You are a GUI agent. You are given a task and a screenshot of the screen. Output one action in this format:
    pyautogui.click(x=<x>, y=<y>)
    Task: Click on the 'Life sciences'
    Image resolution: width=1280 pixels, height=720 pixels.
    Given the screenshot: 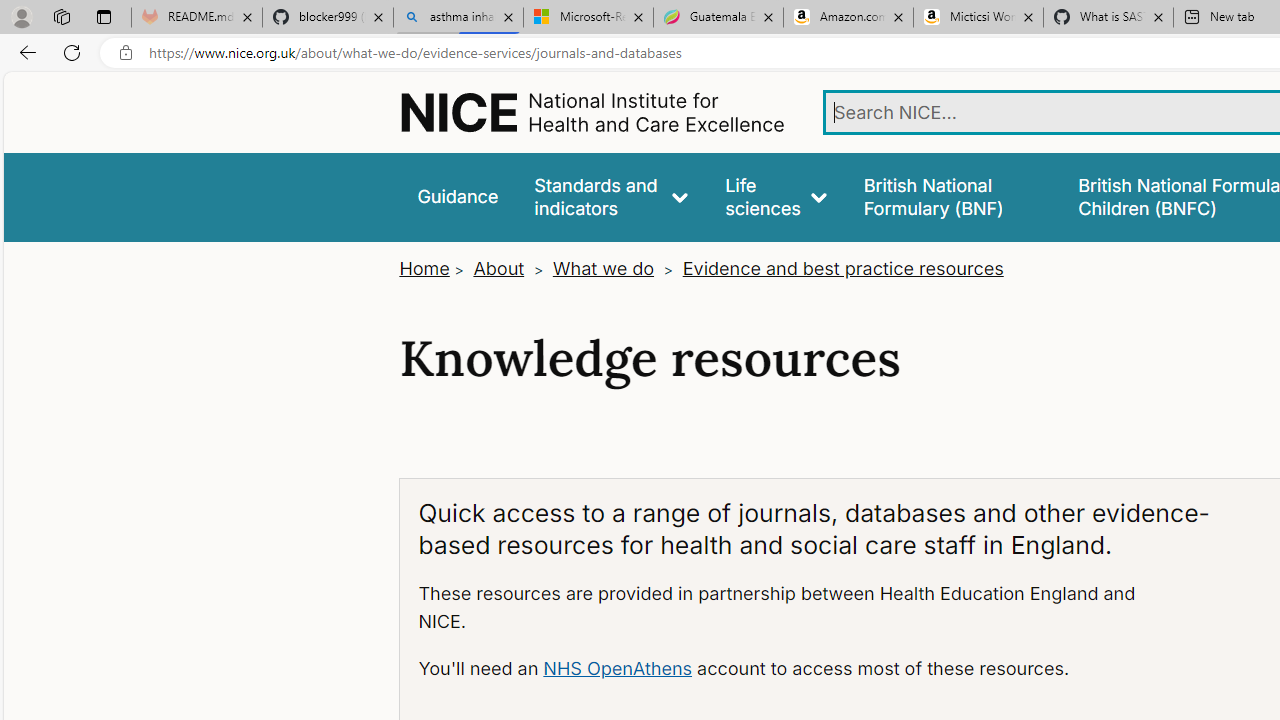 What is the action you would take?
    pyautogui.click(x=775, y=197)
    